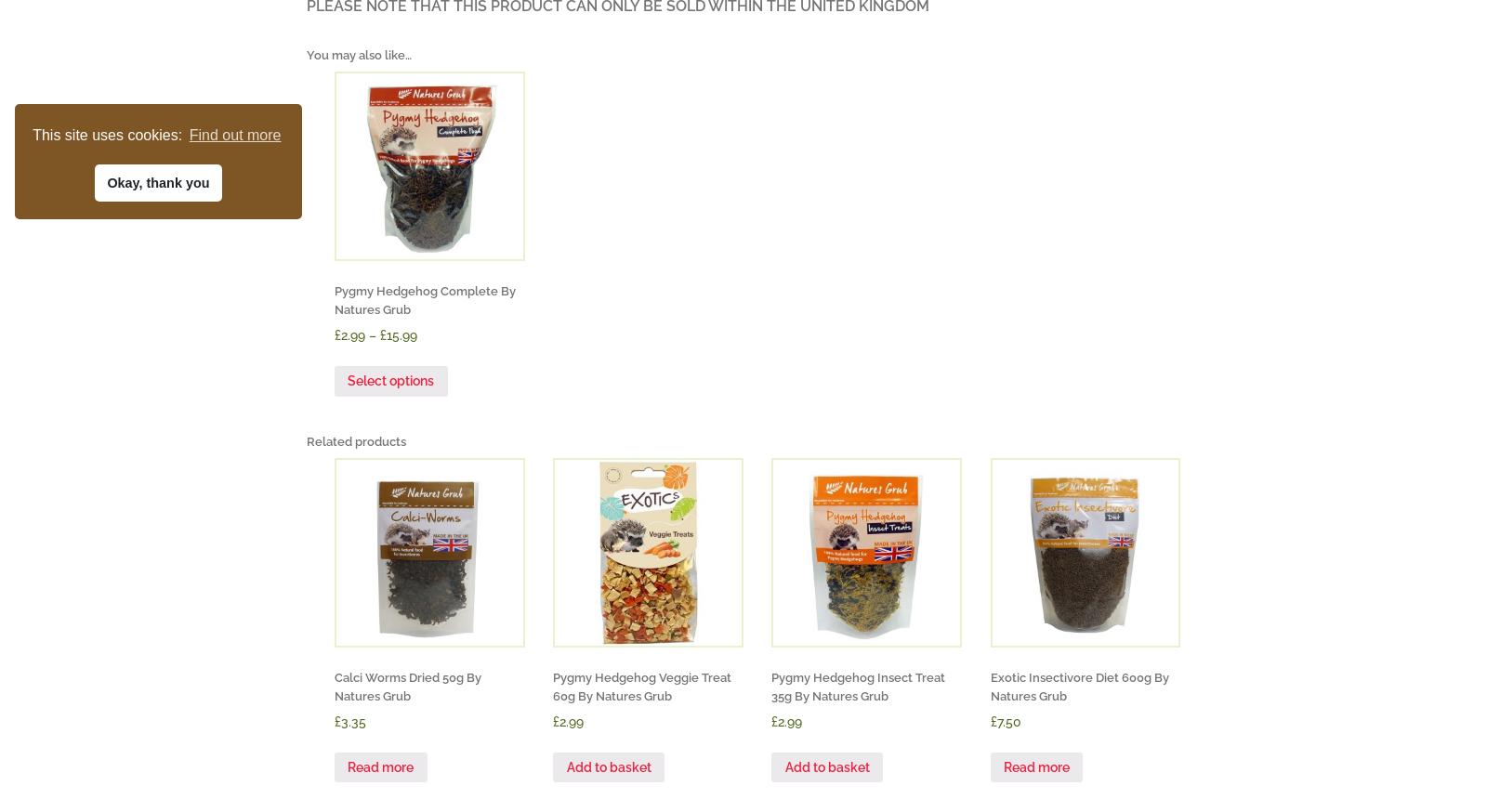 This screenshot has width=1487, height=812. Describe the element at coordinates (156, 181) in the screenshot. I see `'Okay, thank you'` at that location.